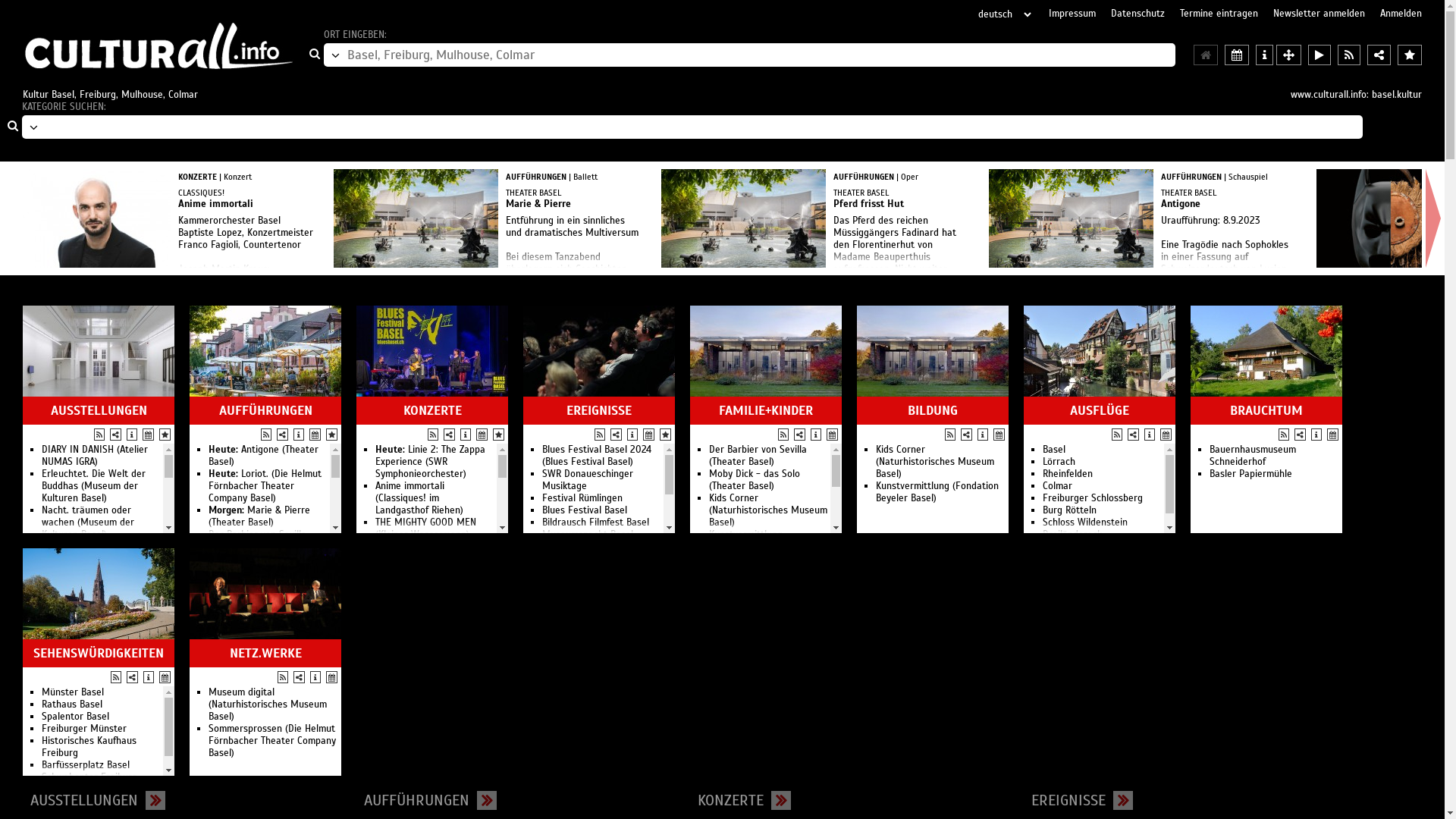  What do you see at coordinates (93, 485) in the screenshot?
I see `'Erleuchtet. Die Welt der Buddhas (Museum der Kulturen Basel)'` at bounding box center [93, 485].